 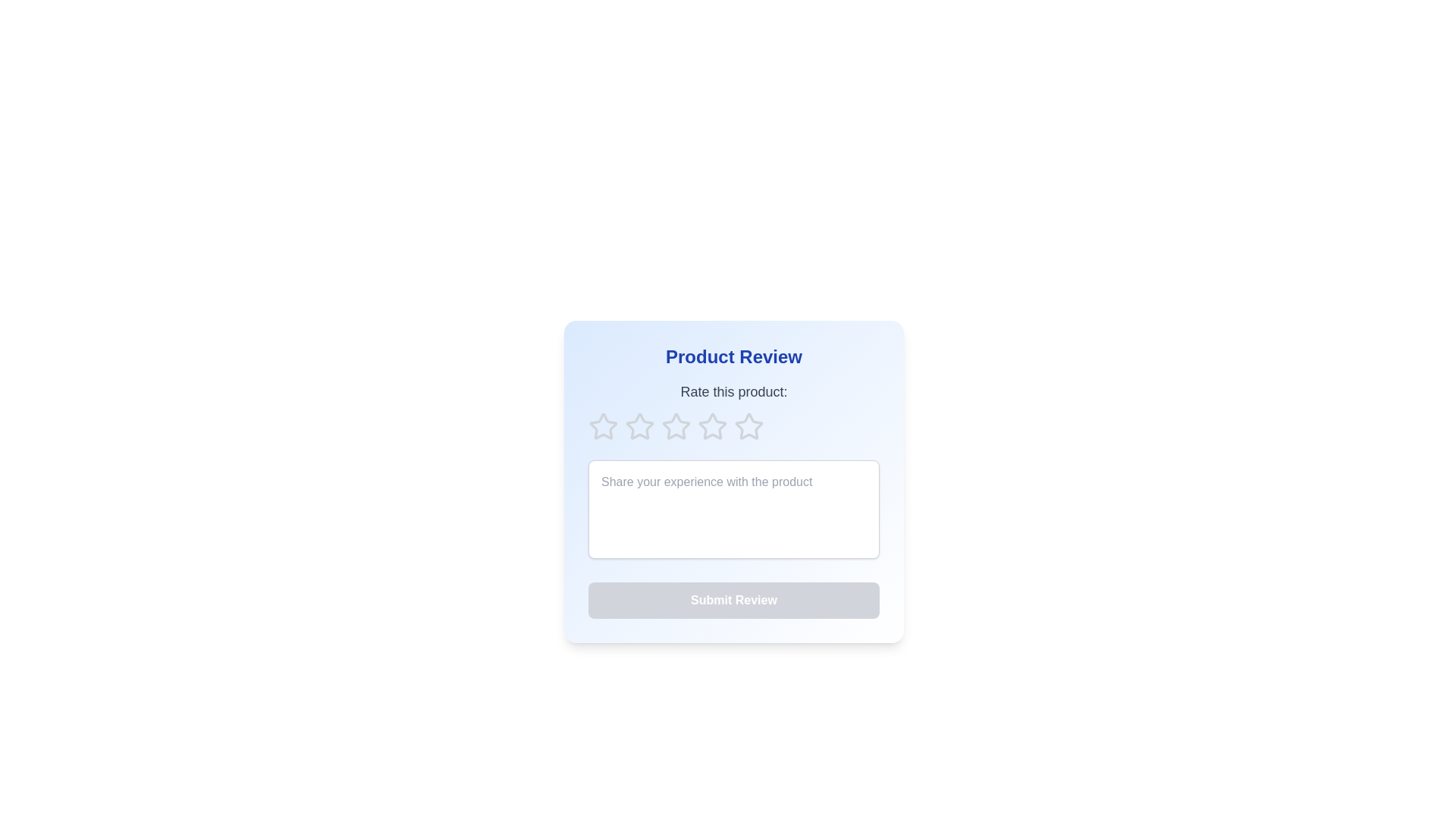 I want to click on the third star rating icon in the 1-to-5 star rating system, so click(x=749, y=426).